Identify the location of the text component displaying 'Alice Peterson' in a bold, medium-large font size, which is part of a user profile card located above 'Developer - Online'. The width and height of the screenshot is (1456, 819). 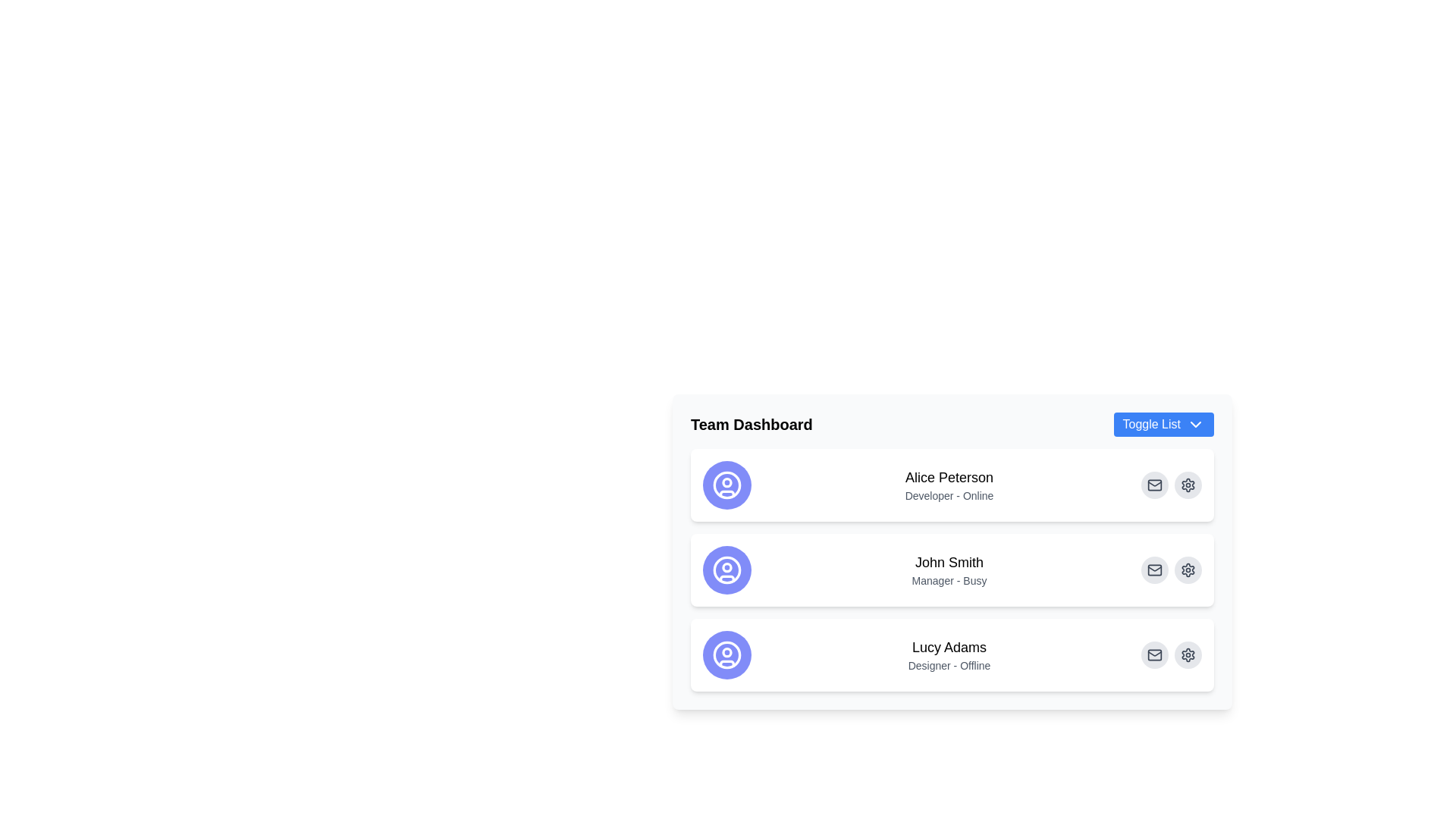
(949, 476).